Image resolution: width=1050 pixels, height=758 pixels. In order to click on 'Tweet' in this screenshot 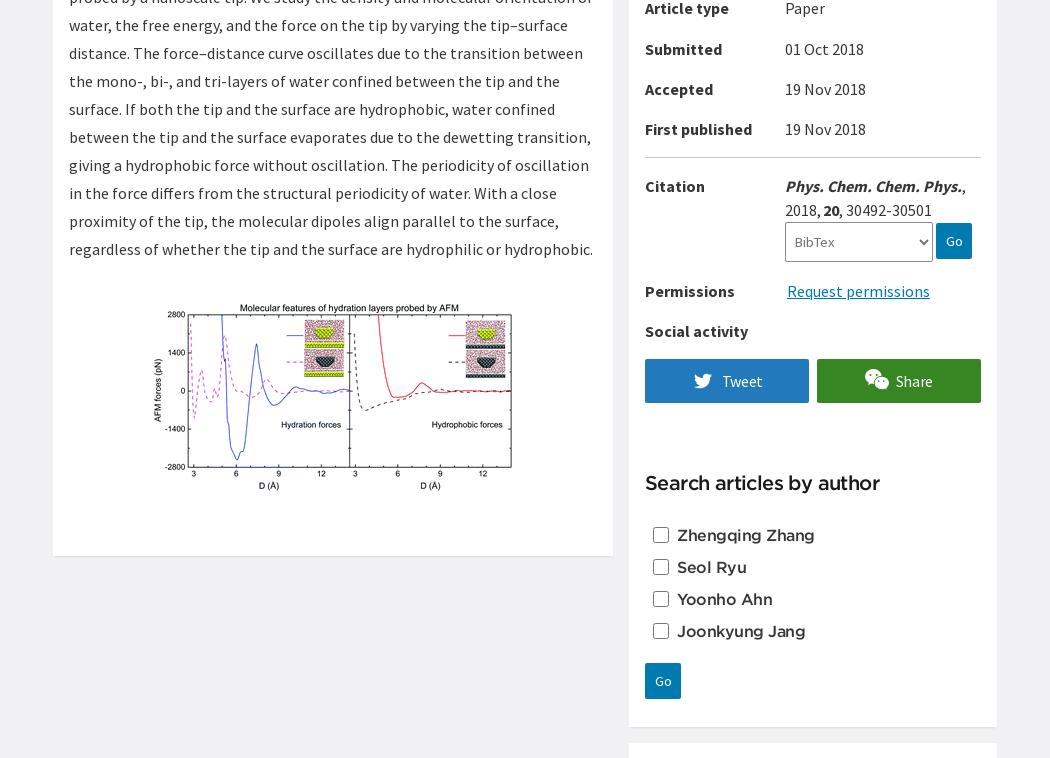, I will do `click(720, 379)`.